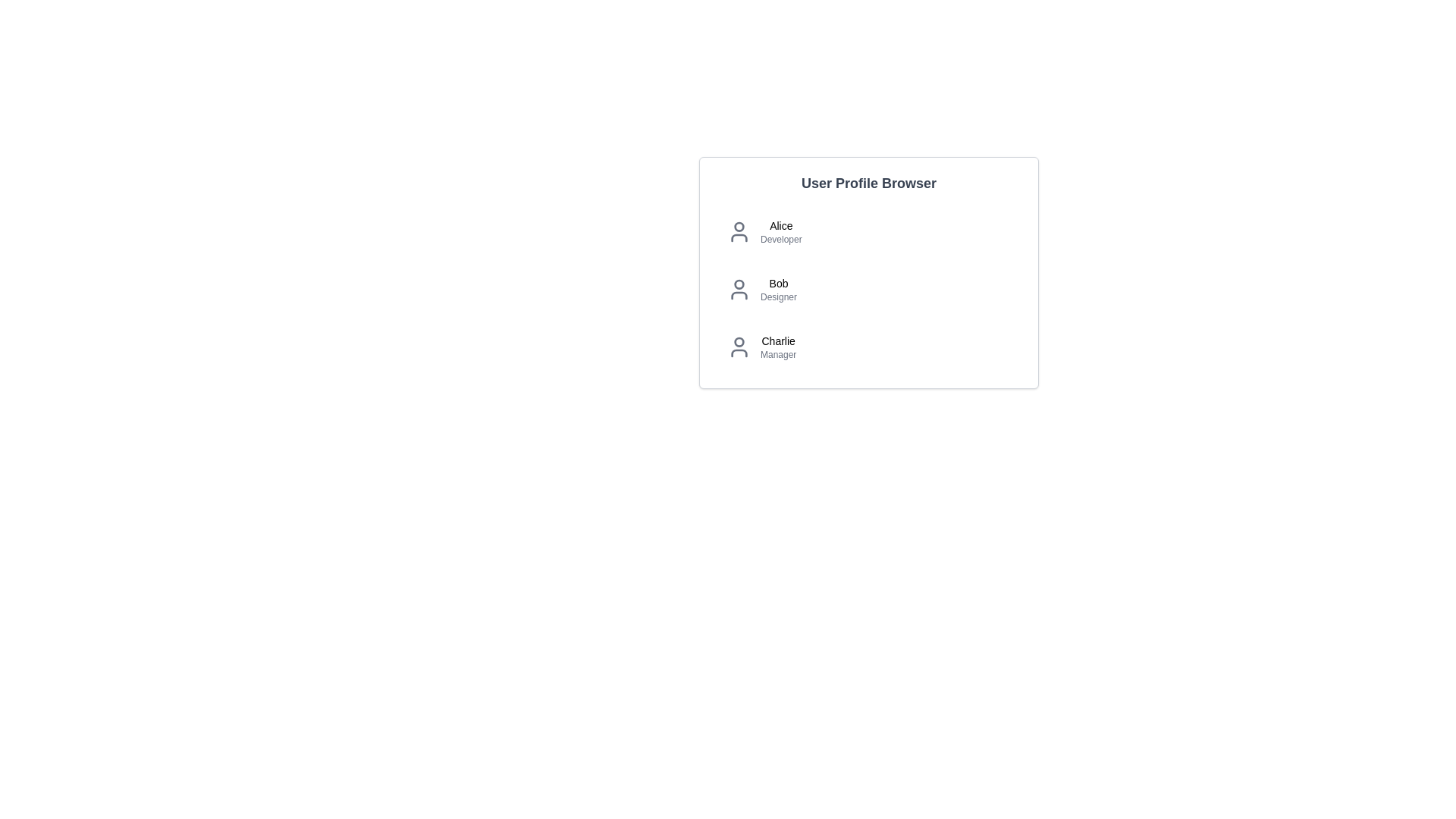  Describe the element at coordinates (739, 284) in the screenshot. I see `the circle element within the user profile icon adjacent to the label 'Bob - Designer', which is the second icon in the vertical list` at that location.